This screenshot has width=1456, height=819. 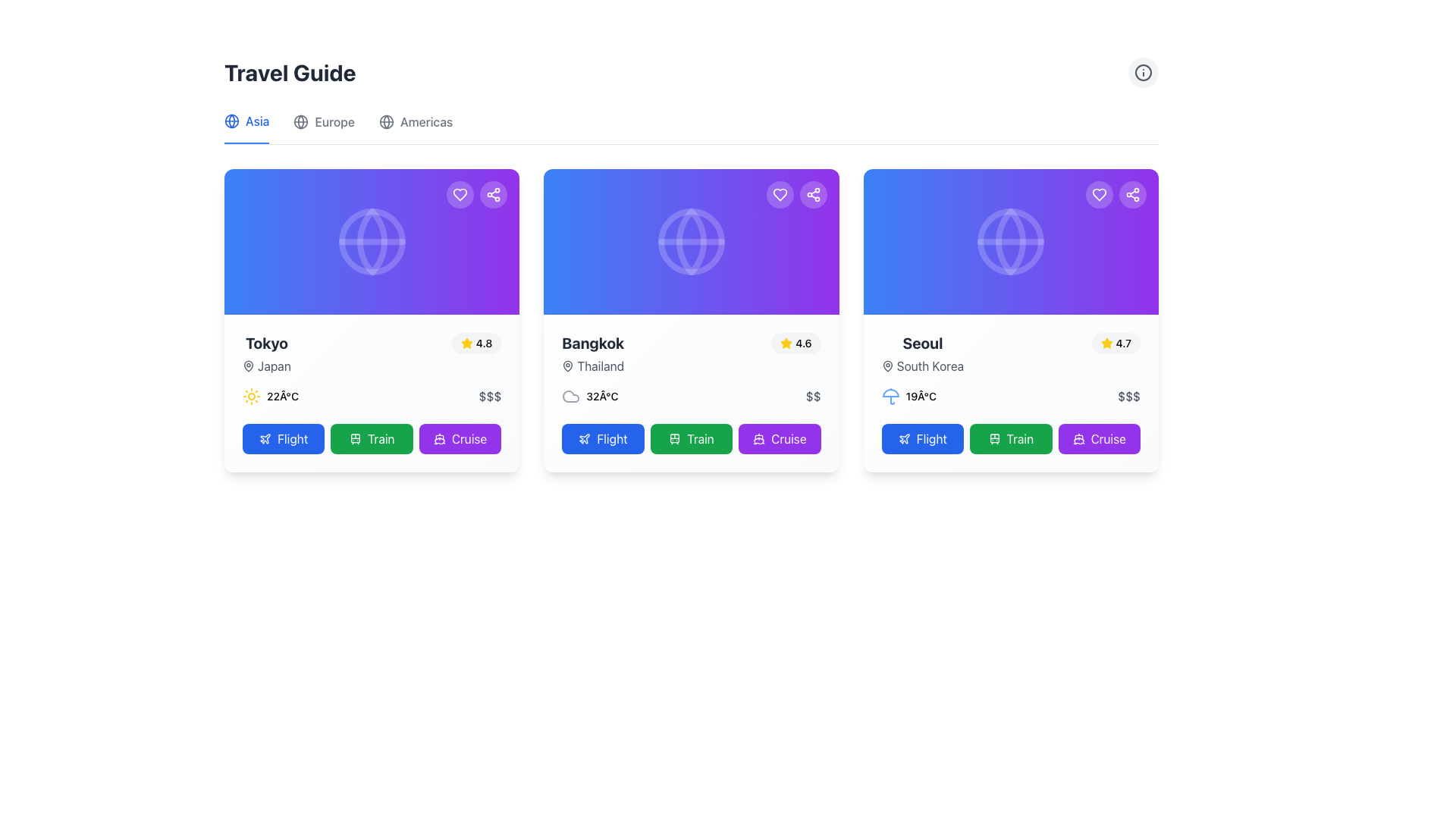 I want to click on the heart-shaped icon button located at the top-right corner of the 'Seoul' destination card, so click(x=1099, y=194).